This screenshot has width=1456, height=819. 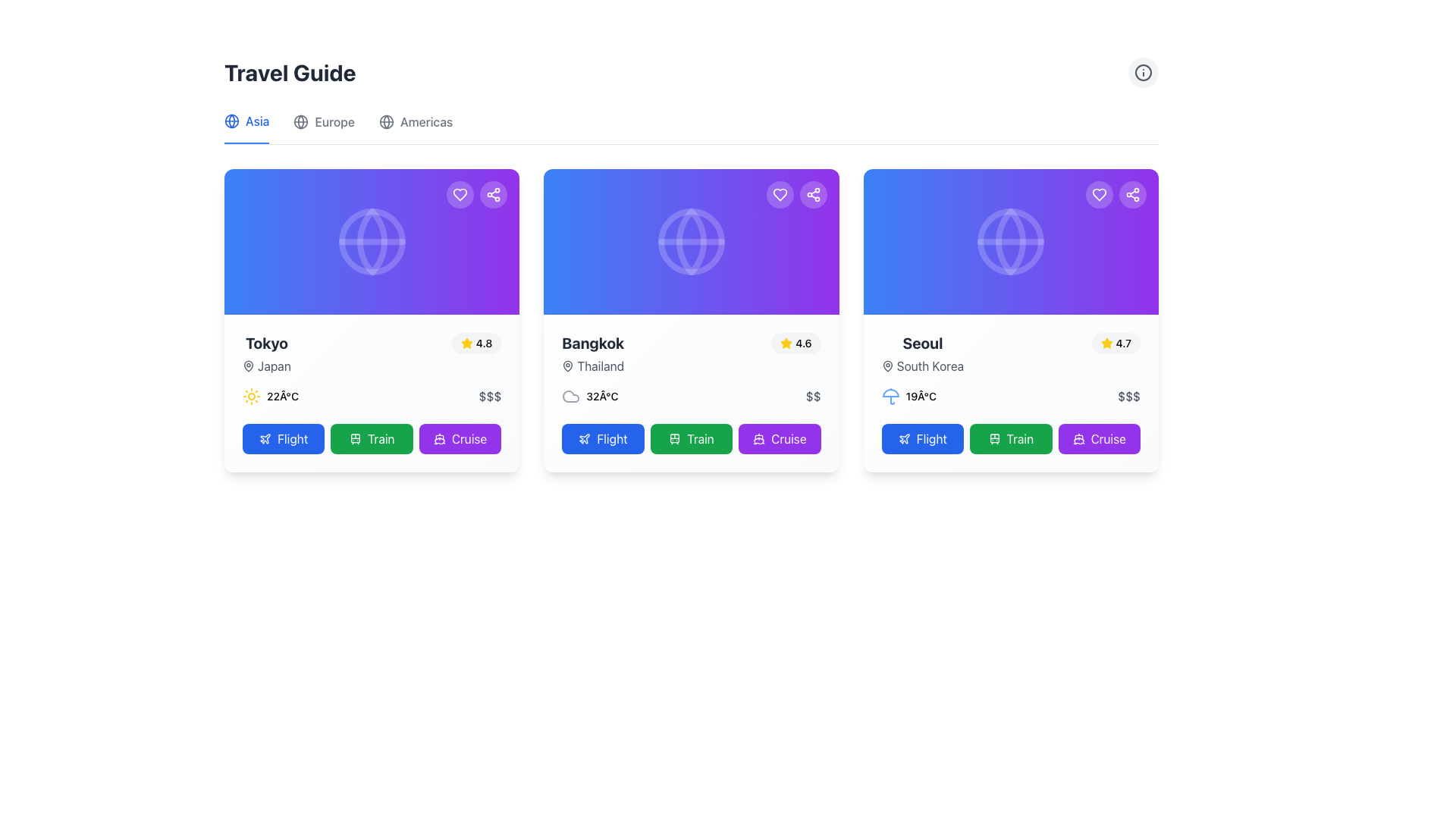 I want to click on the heart-shaped icon button located at the top-right corner of the 'Seoul' destination card, so click(x=1099, y=194).